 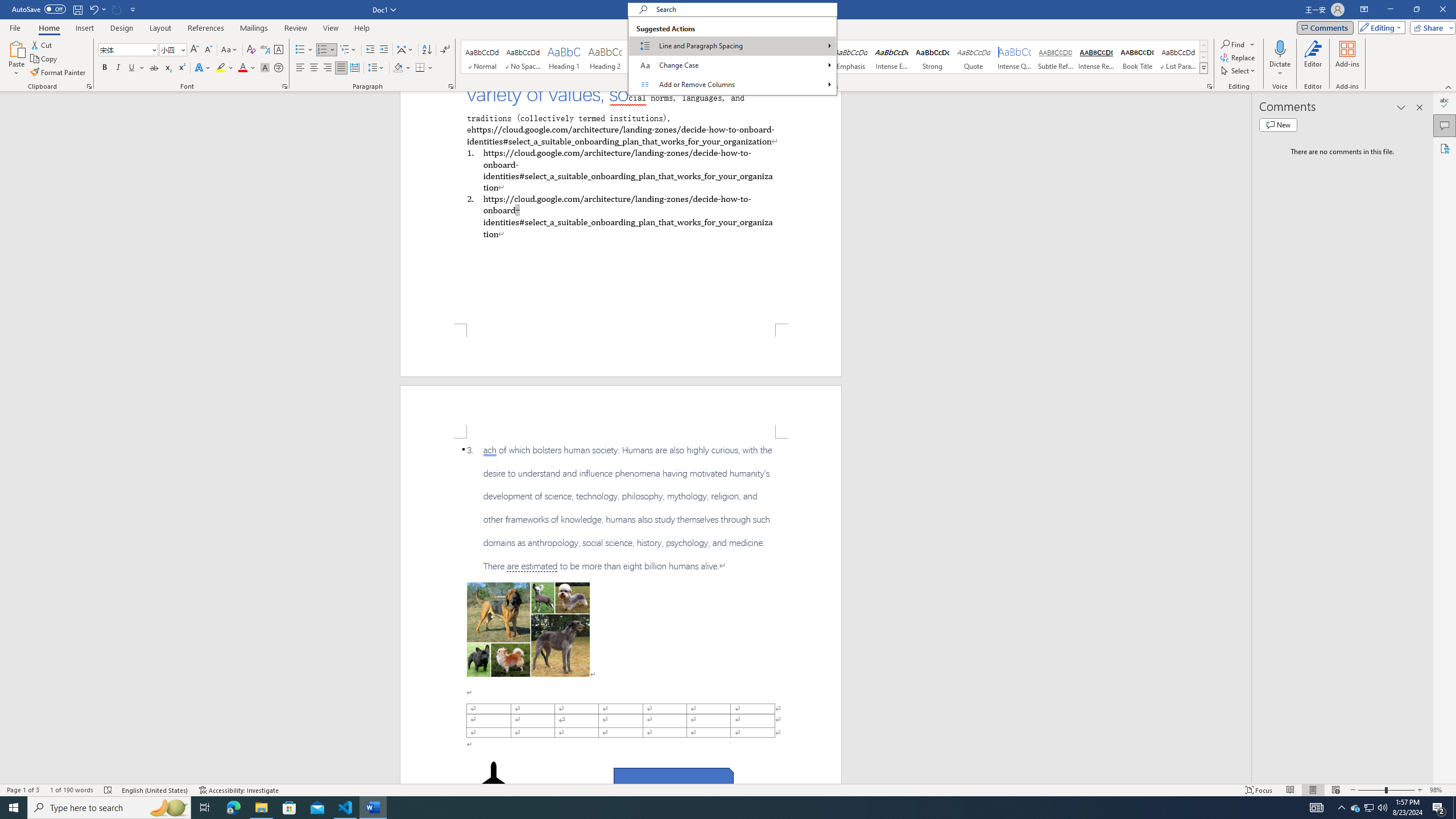 I want to click on 'System', so click(x=6, y=5).